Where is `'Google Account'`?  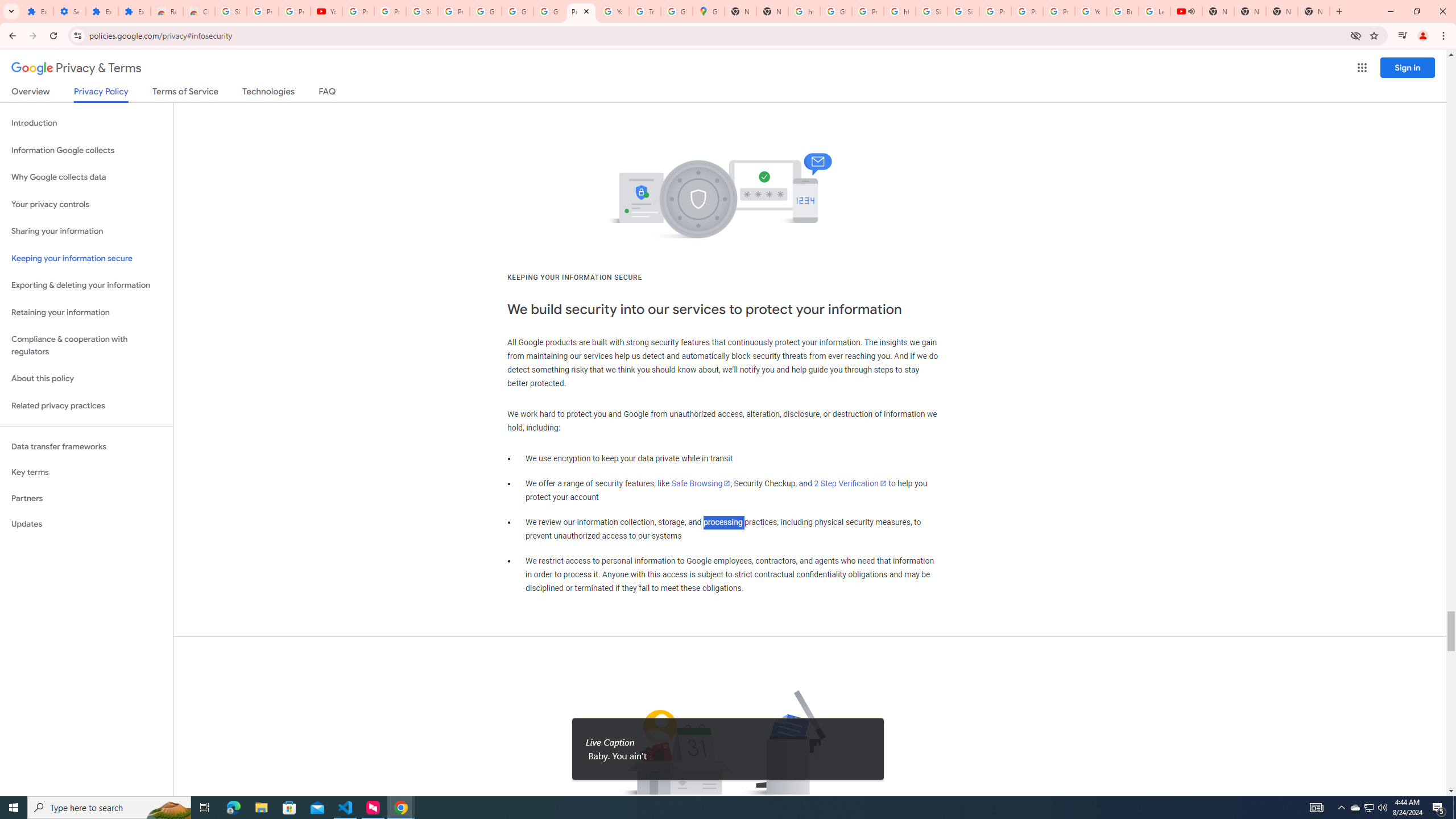 'Google Account' is located at coordinates (517, 11).